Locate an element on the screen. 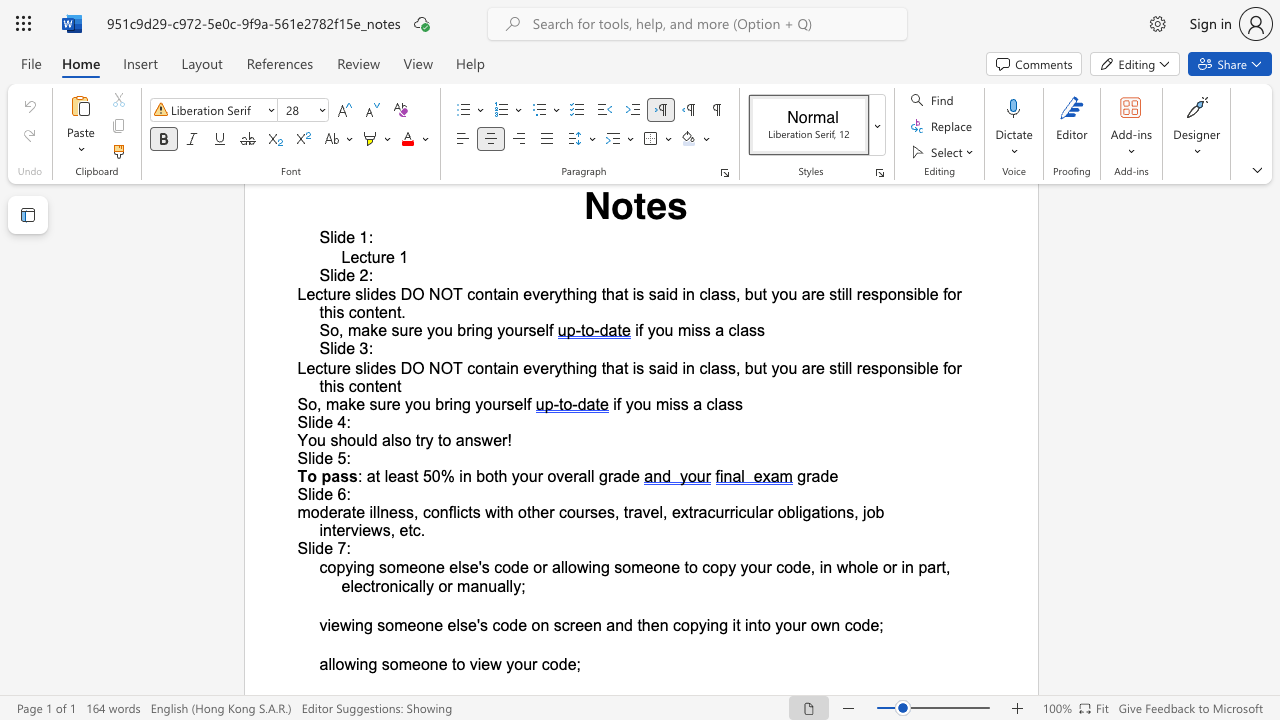 The image size is (1280, 720). the subset text "we" within the text "You should also try to answer!" is located at coordinates (481, 439).